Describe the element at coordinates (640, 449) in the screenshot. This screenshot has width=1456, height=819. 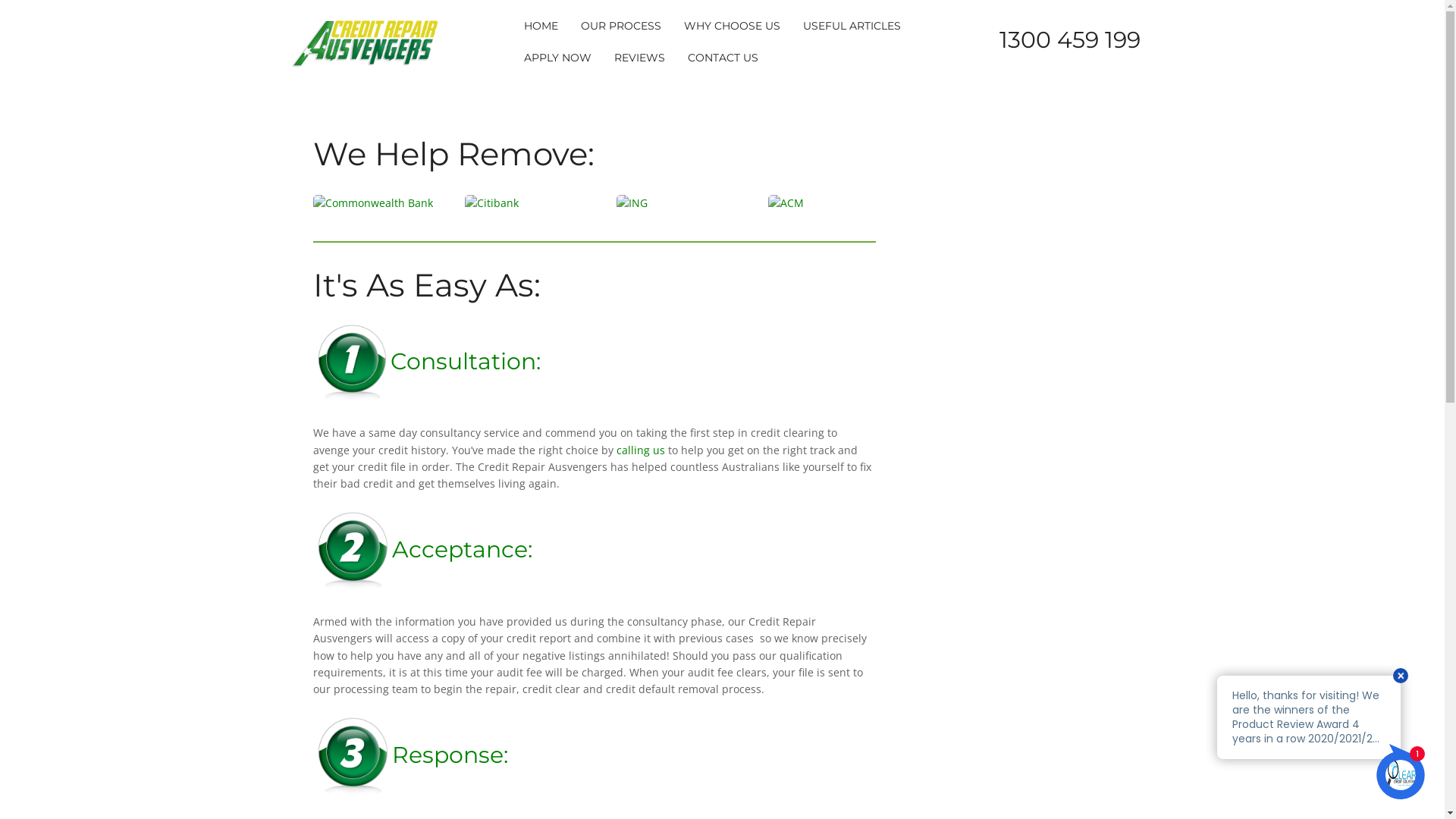
I see `'calling us'` at that location.